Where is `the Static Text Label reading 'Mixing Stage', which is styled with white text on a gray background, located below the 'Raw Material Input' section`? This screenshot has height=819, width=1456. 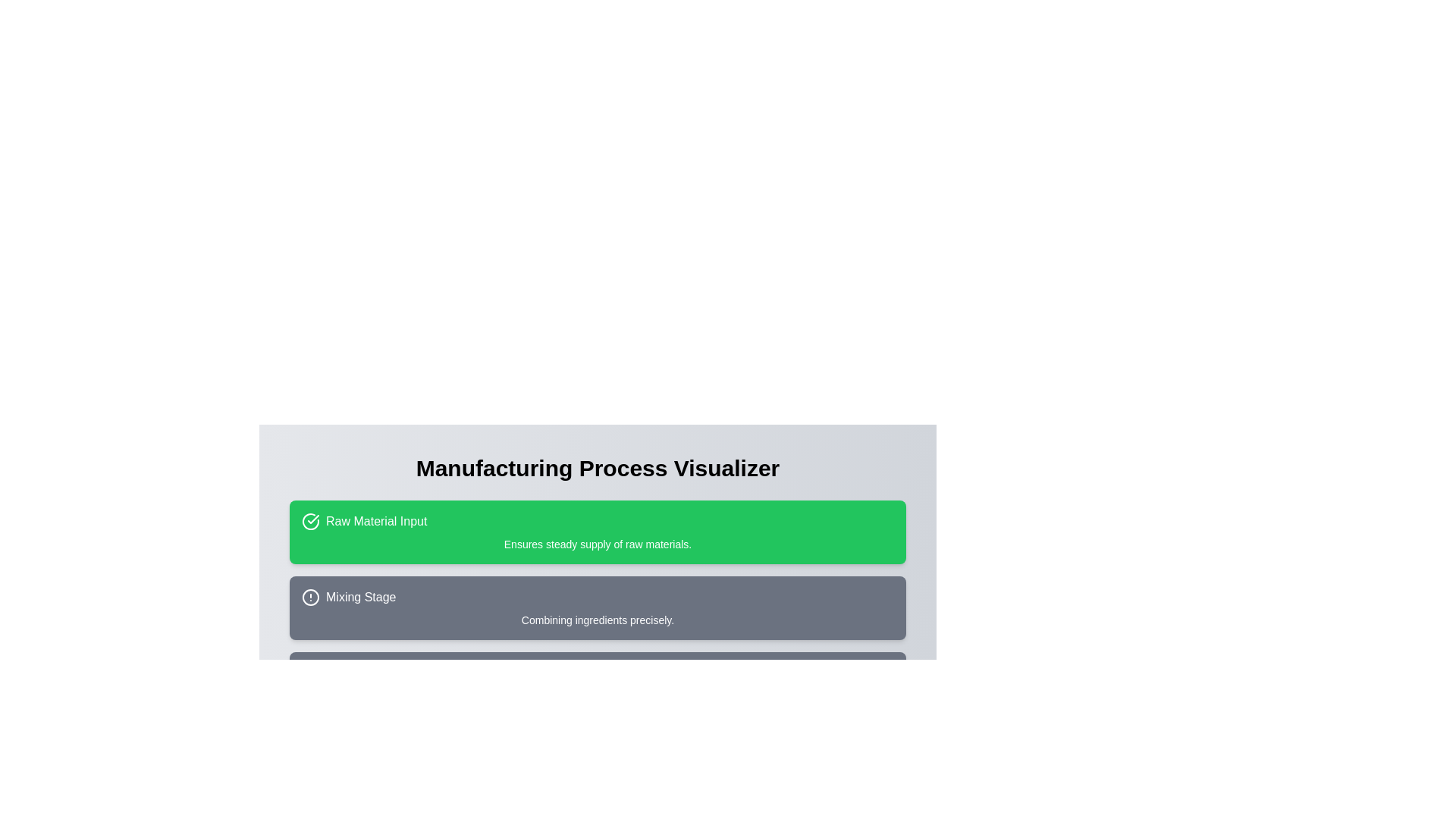 the Static Text Label reading 'Mixing Stage', which is styled with white text on a gray background, located below the 'Raw Material Input' section is located at coordinates (360, 596).